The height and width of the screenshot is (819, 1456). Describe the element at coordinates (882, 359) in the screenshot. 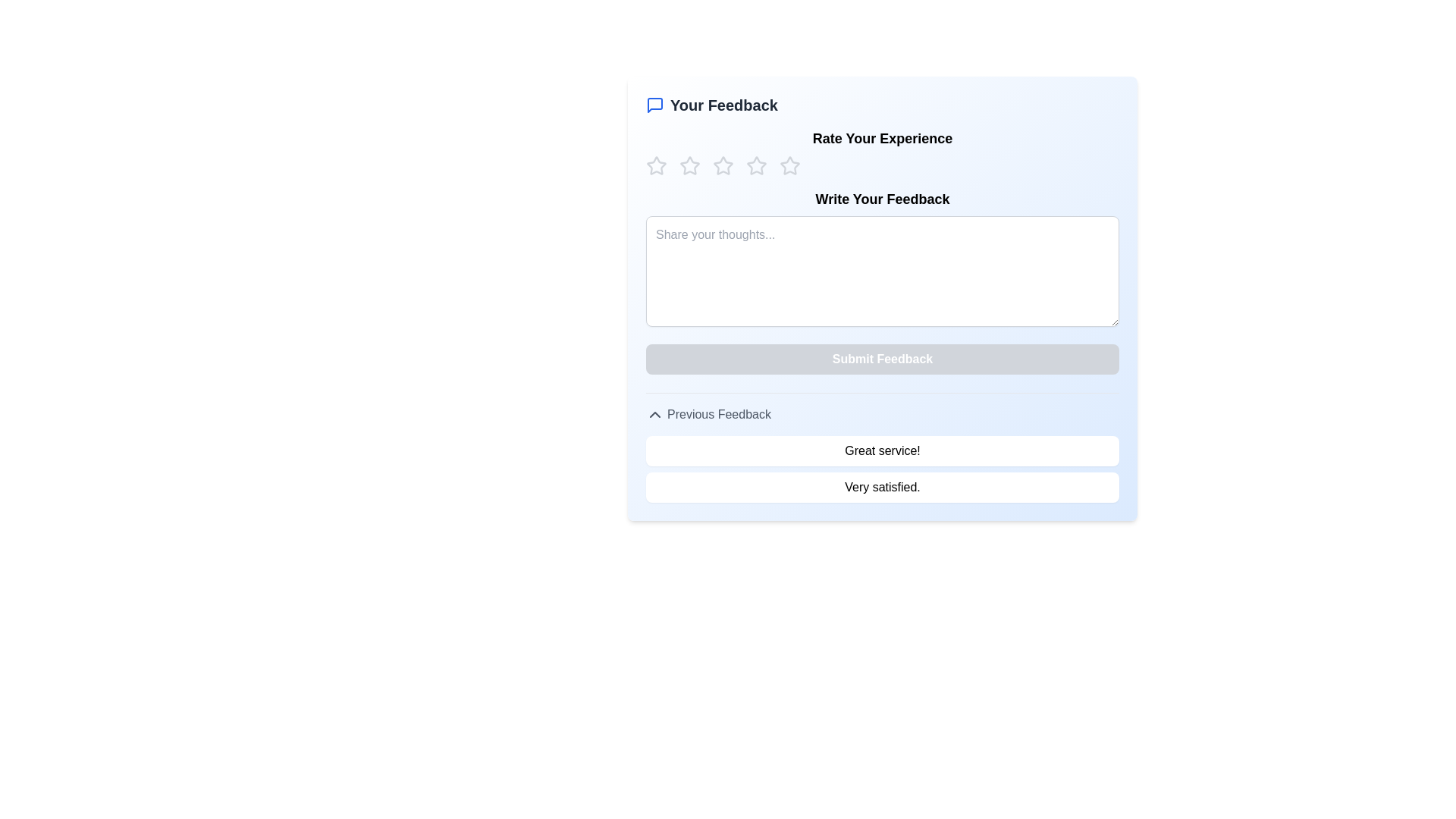

I see `the disabled 'Submit Feedback' button with a light gray background and white text, located below the 'Write Your Feedback' text input field` at that location.